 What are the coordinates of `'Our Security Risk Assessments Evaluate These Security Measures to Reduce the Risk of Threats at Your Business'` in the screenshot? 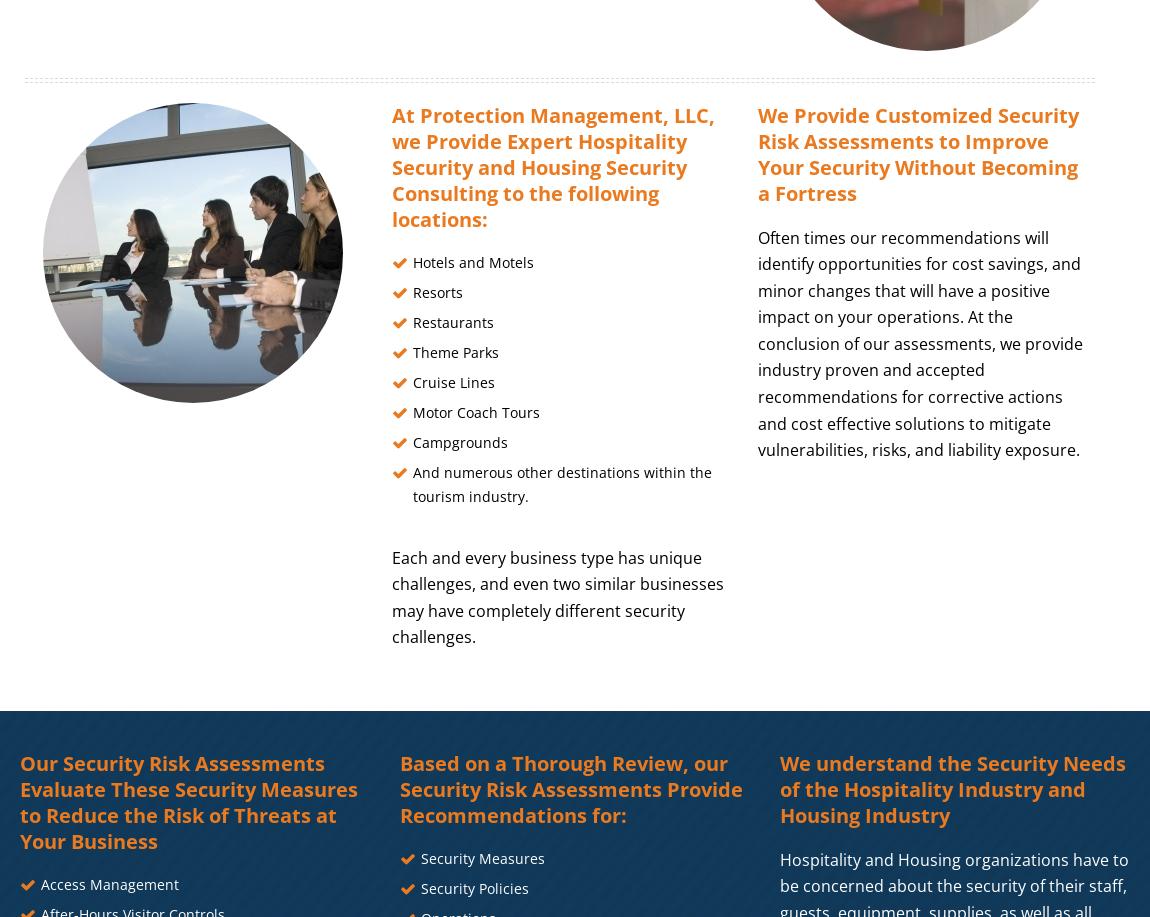 It's located at (187, 801).